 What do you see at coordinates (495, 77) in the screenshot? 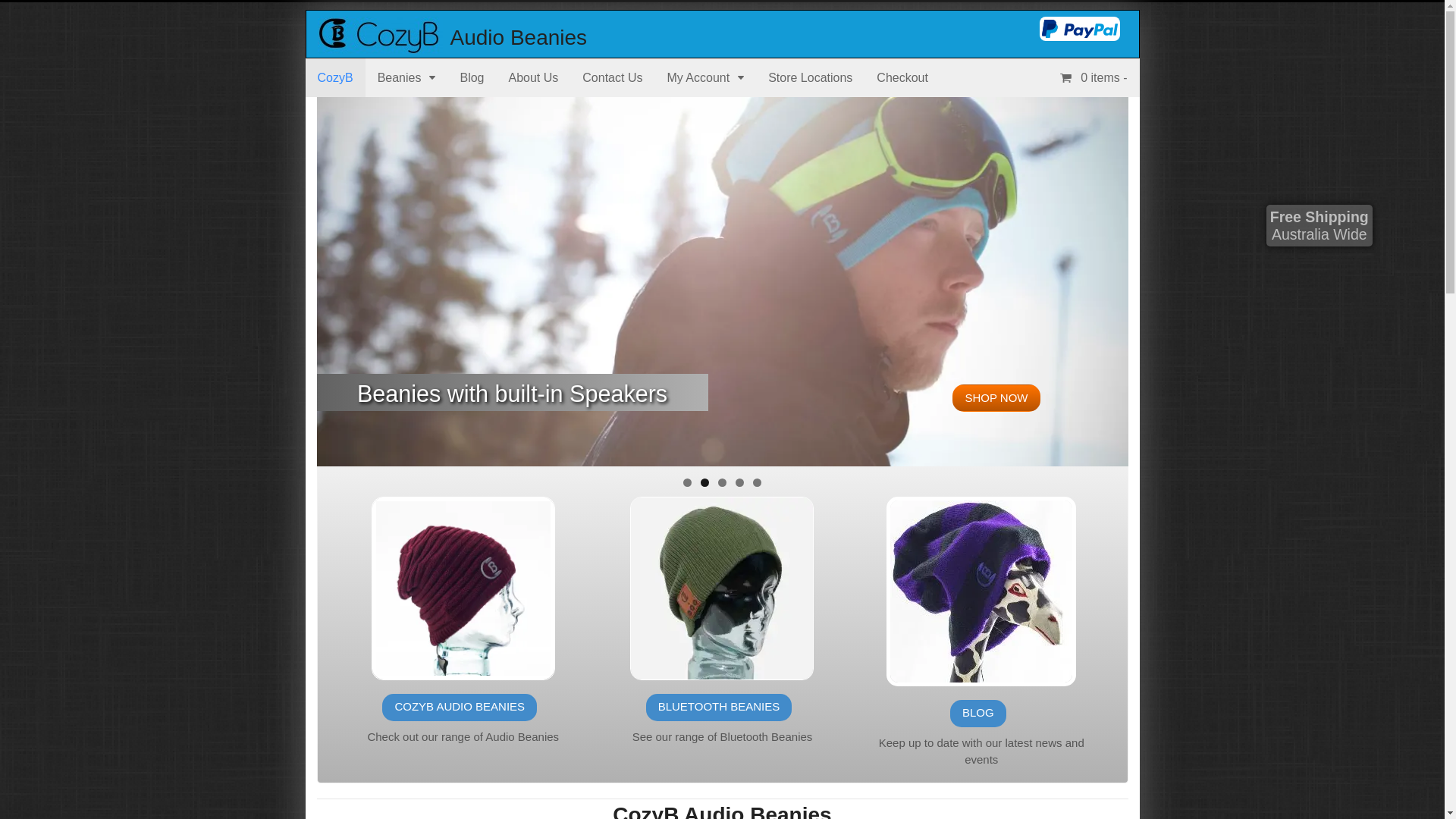
I see `'About Us'` at bounding box center [495, 77].